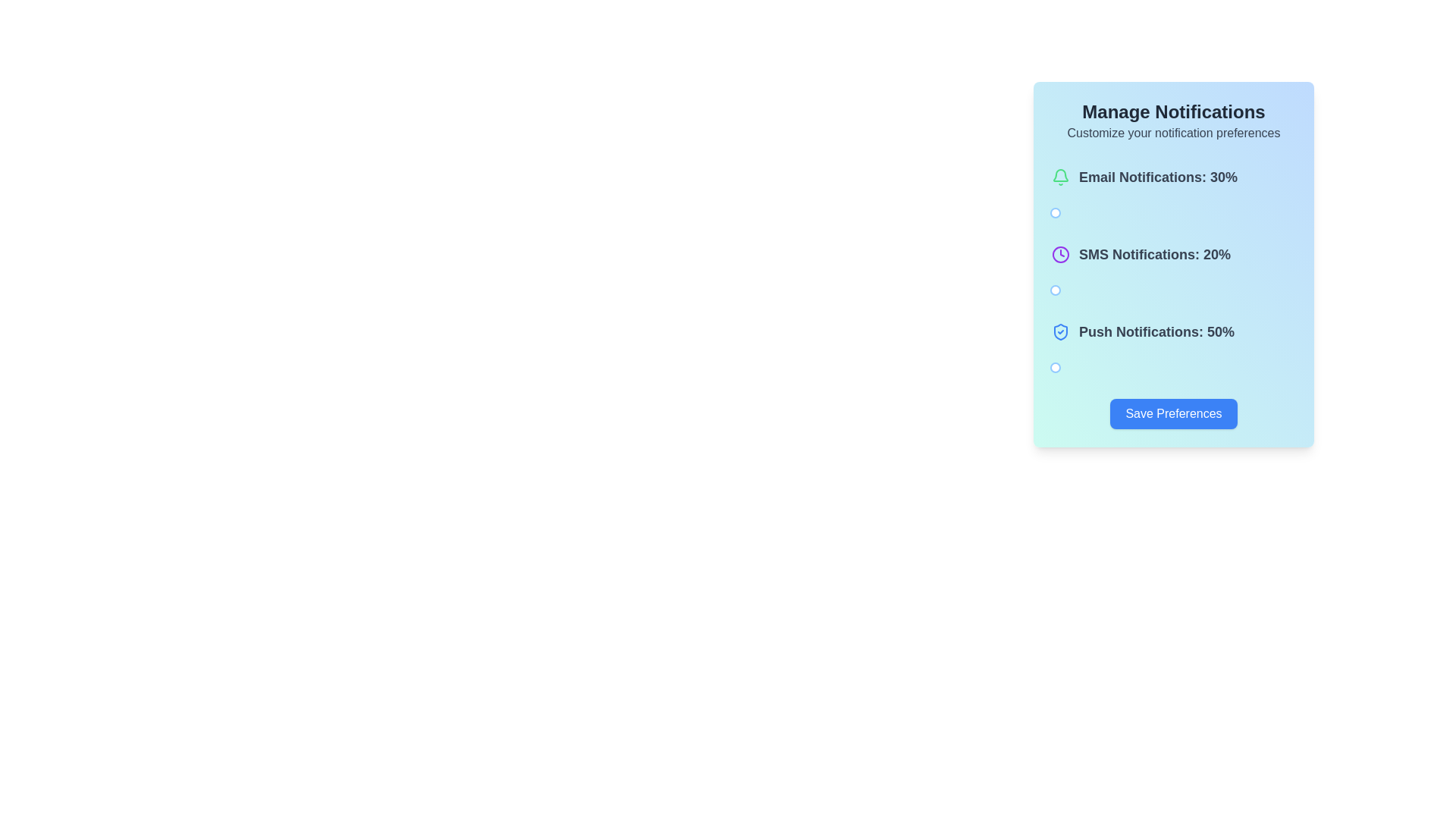 This screenshot has width=1456, height=819. I want to click on the save button, so click(1173, 414).